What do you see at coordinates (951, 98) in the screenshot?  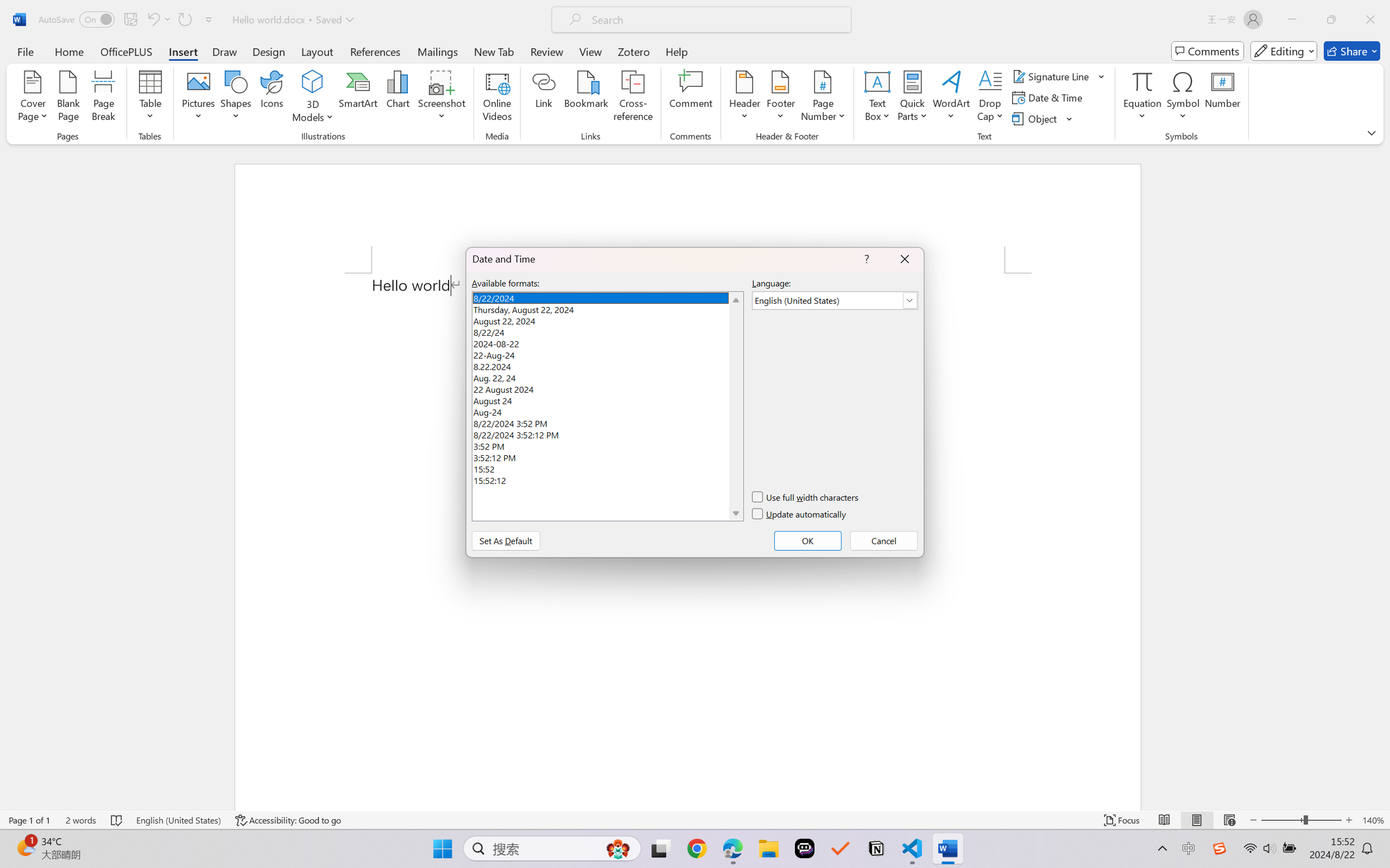 I see `'WordArt'` at bounding box center [951, 98].